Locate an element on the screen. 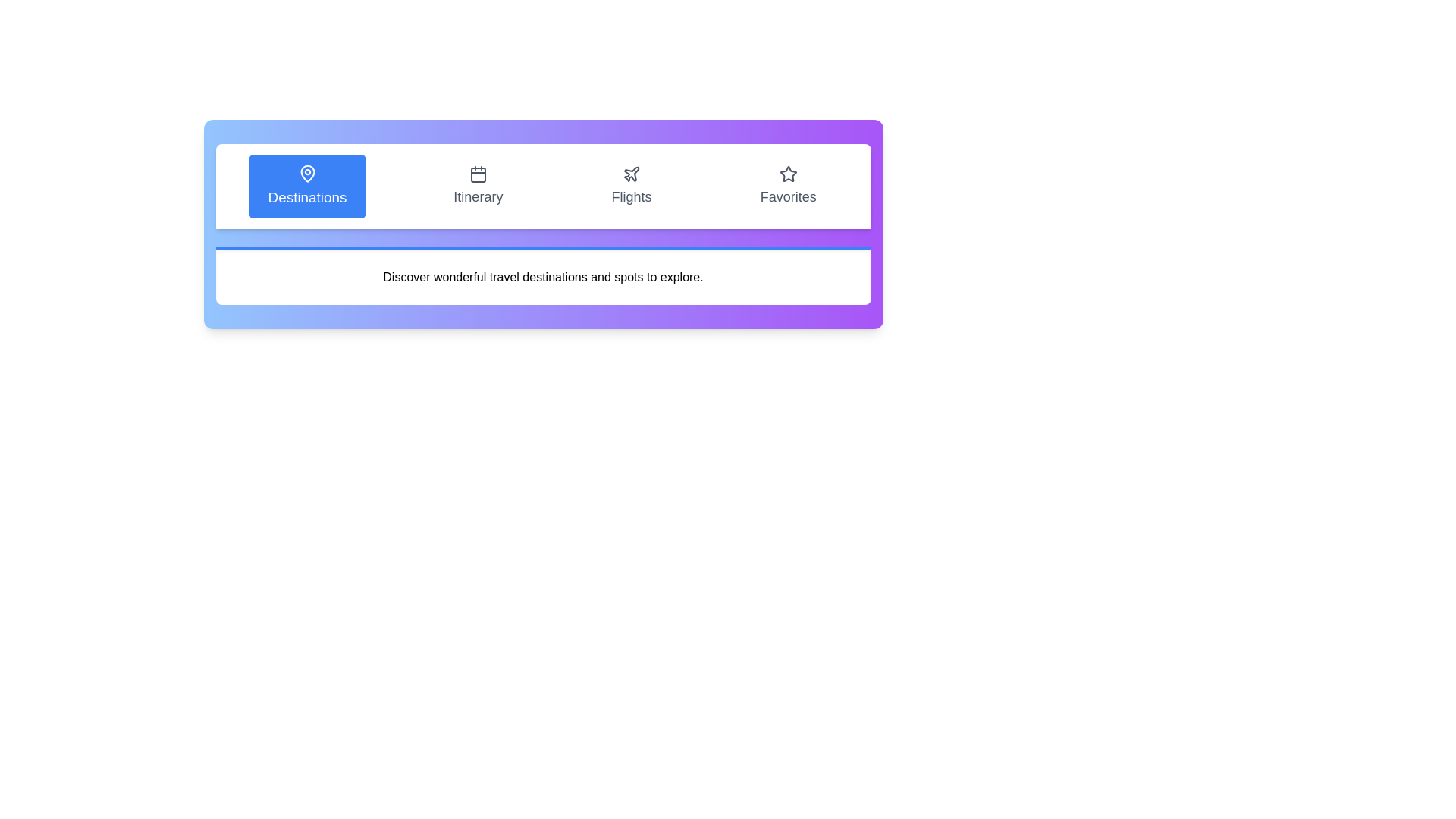  the tab labeled Favorites is located at coordinates (788, 186).